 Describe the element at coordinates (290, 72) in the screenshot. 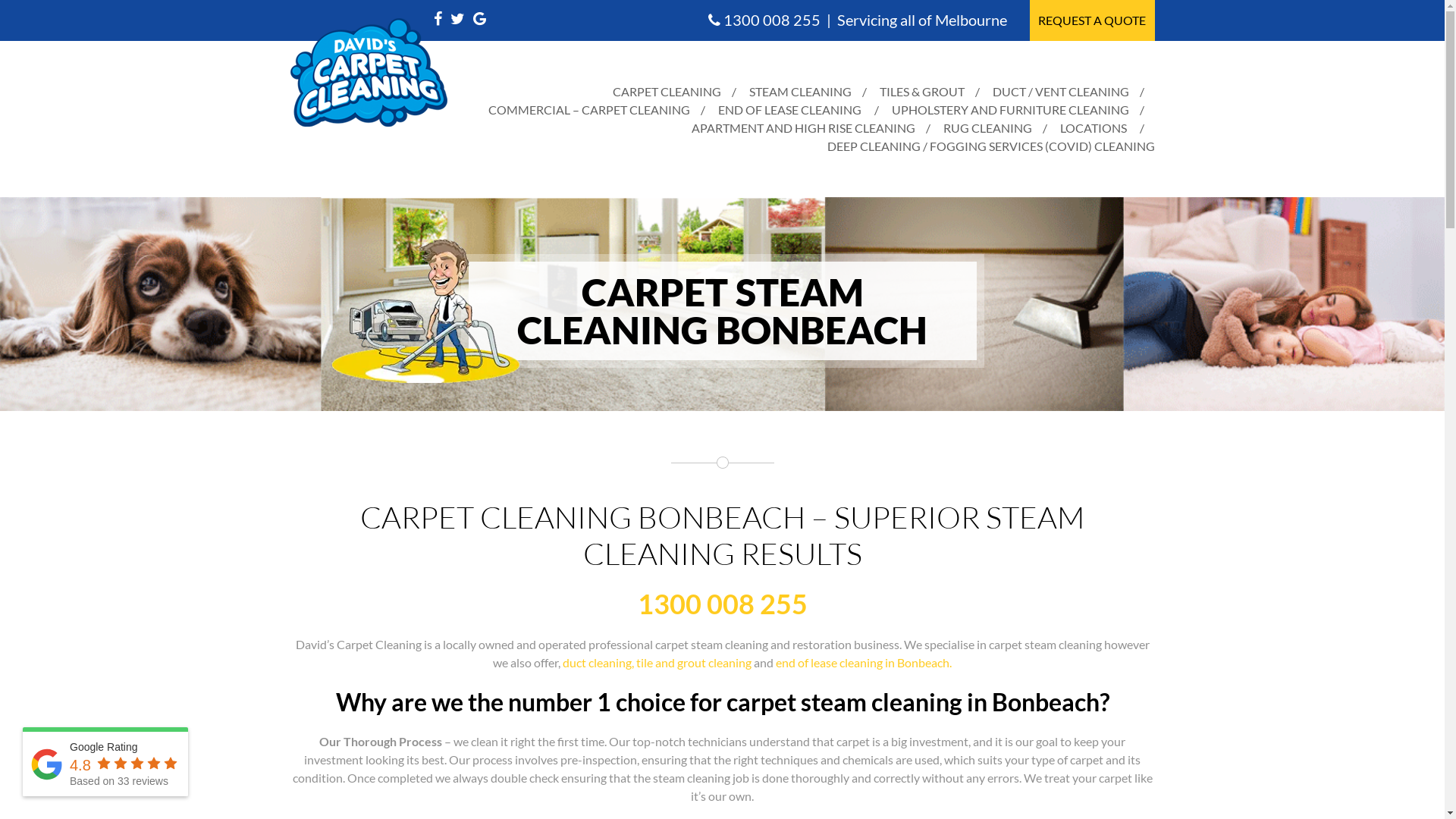

I see `'David Carpet'` at that location.